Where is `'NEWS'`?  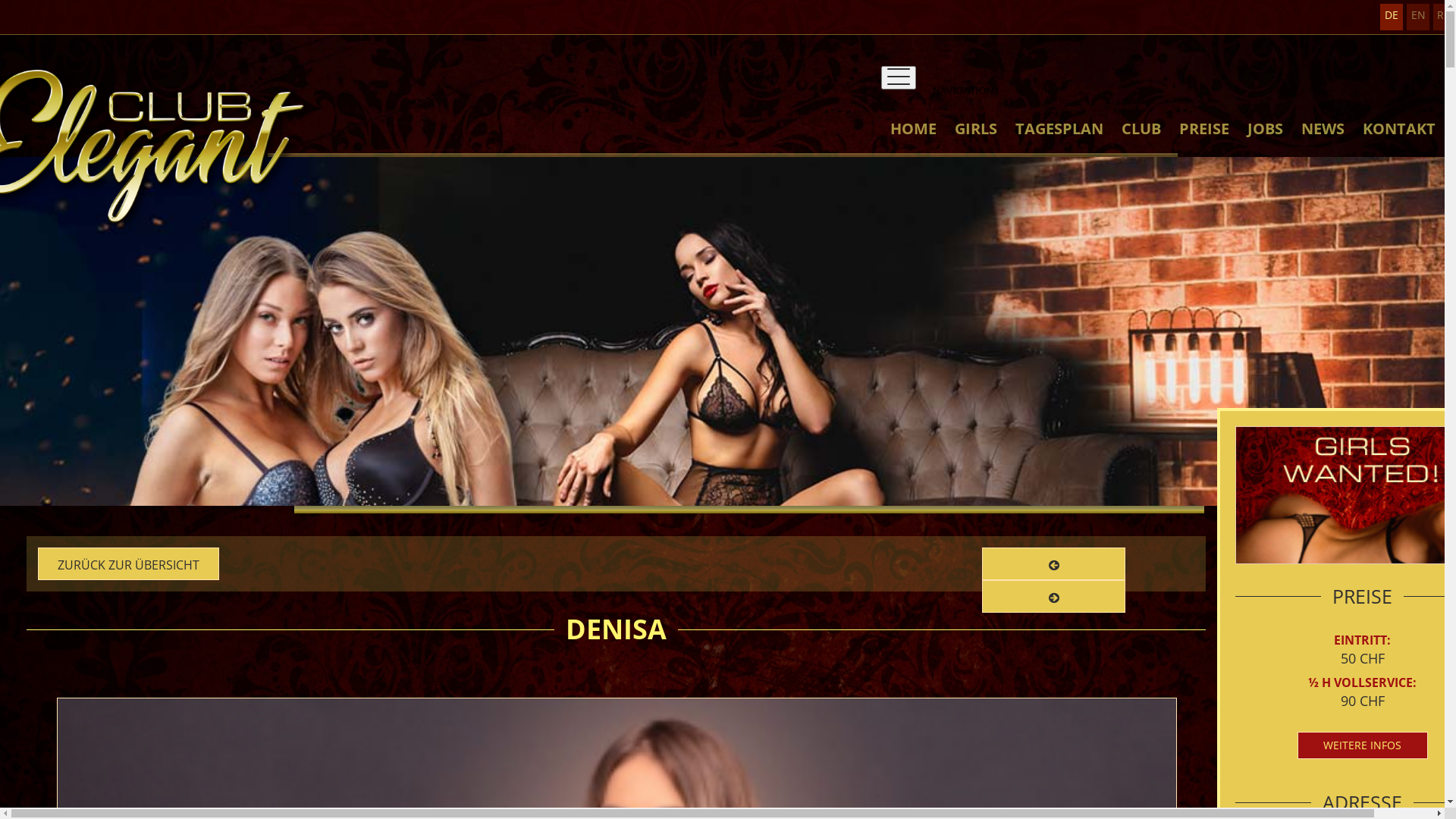 'NEWS' is located at coordinates (1322, 143).